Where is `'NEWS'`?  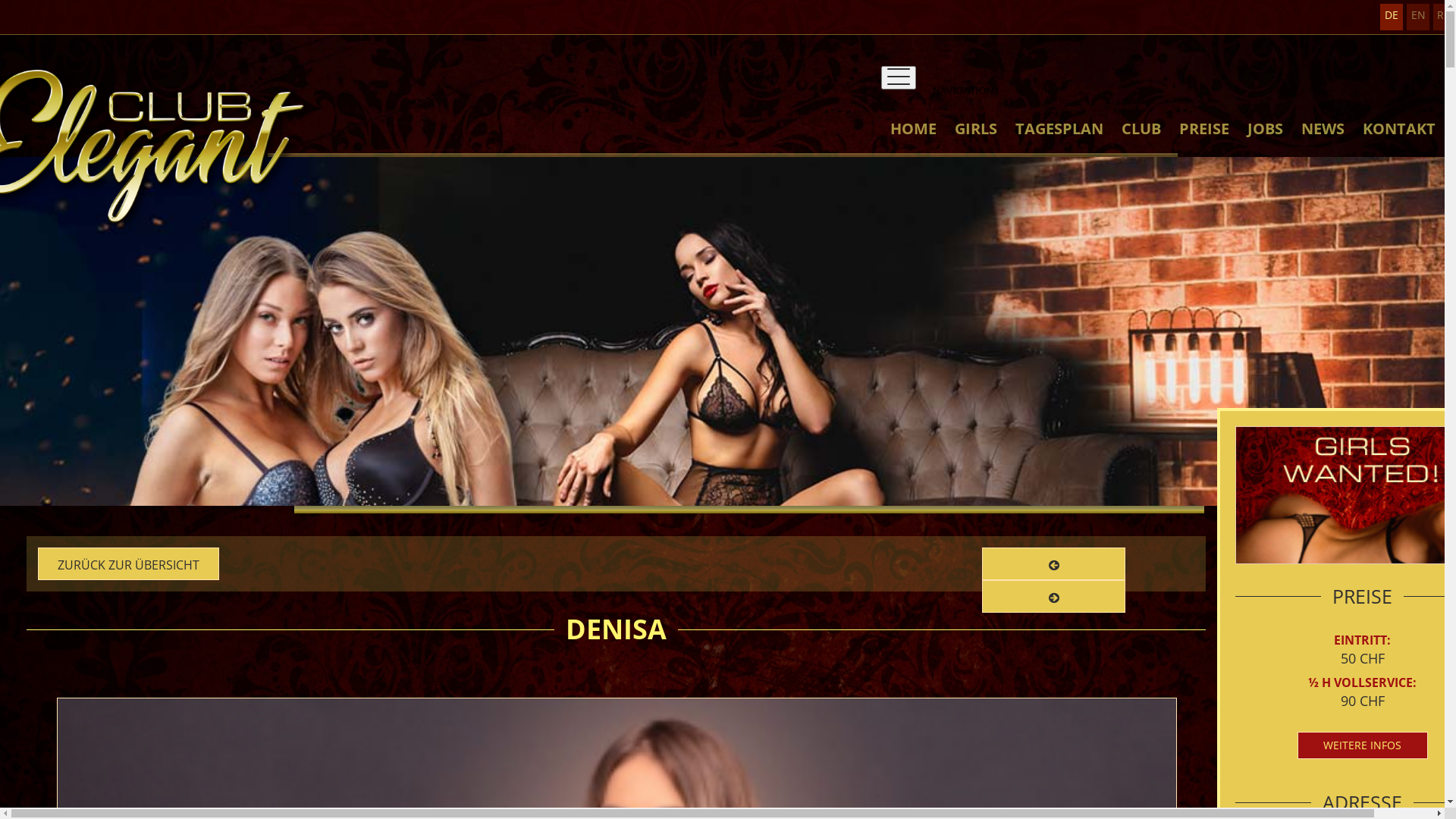 'NEWS' is located at coordinates (1322, 143).